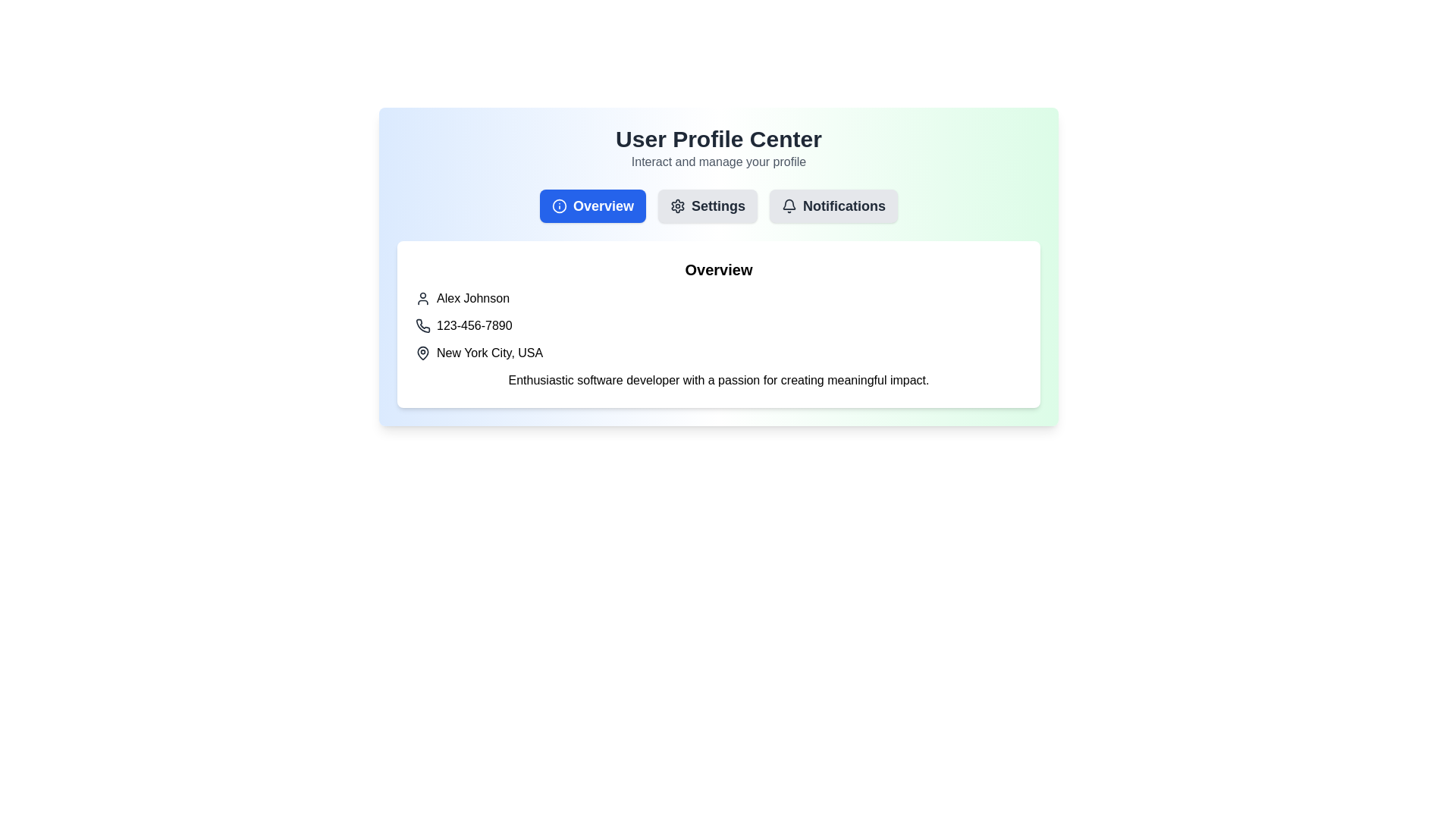  Describe the element at coordinates (718, 149) in the screenshot. I see `the text header component titled 'User Profile Center' with a subtitle 'Interact and manage your profile', which is centrally aligned on a light gradient background` at that location.